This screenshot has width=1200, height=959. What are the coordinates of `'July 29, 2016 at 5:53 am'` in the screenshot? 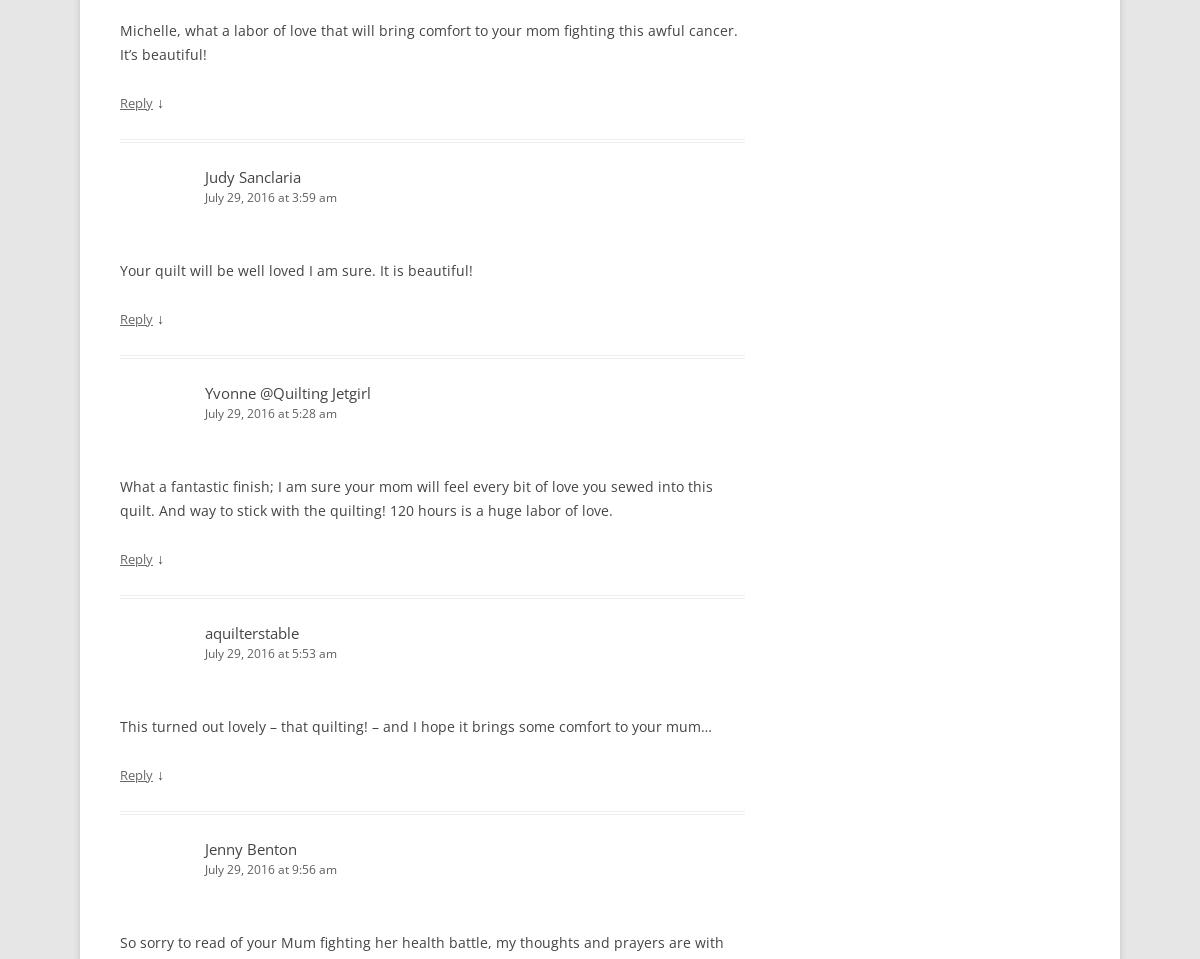 It's located at (203, 653).